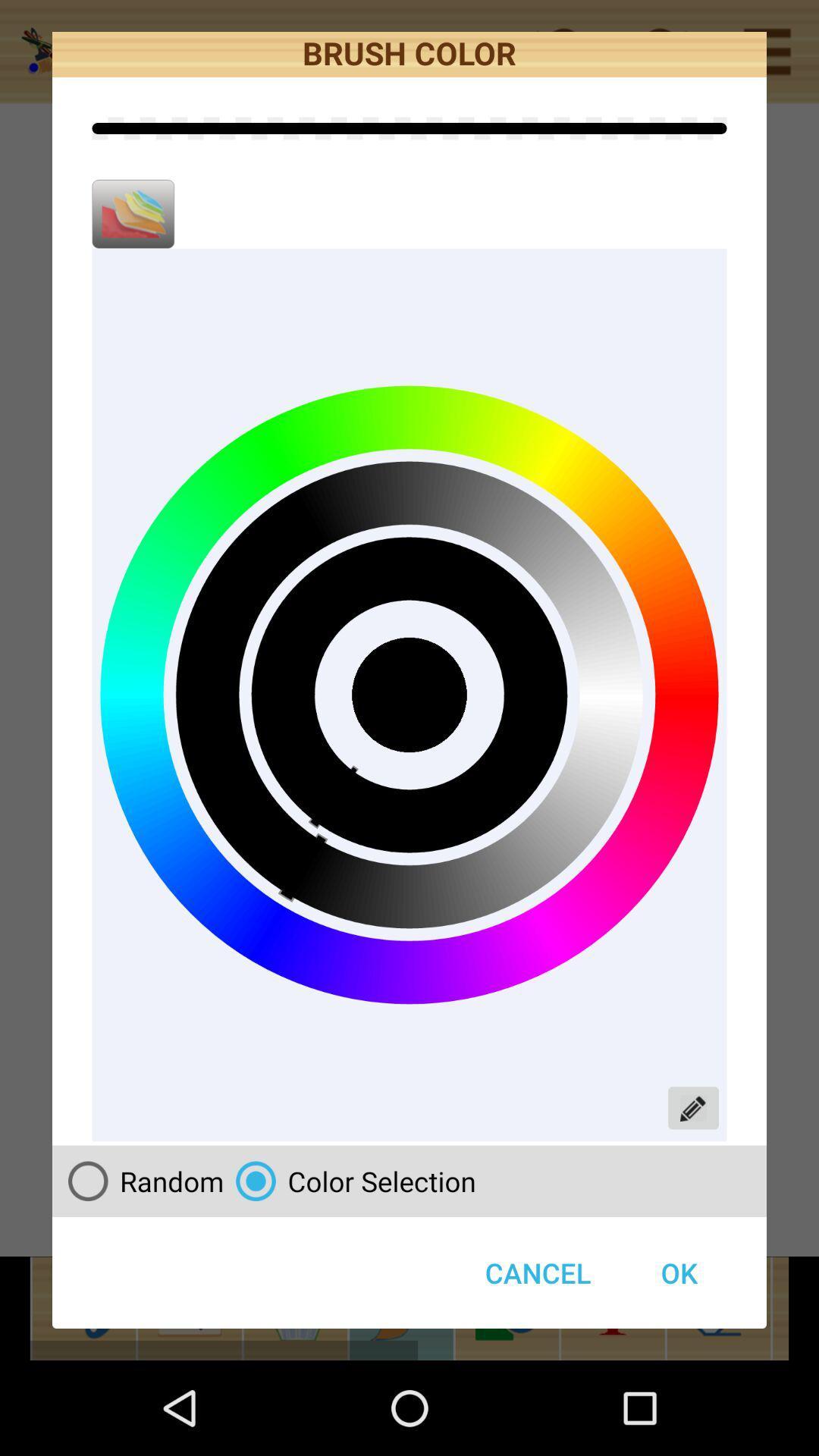 The width and height of the screenshot is (819, 1456). What do you see at coordinates (350, 1180) in the screenshot?
I see `icon to the left of ok icon` at bounding box center [350, 1180].